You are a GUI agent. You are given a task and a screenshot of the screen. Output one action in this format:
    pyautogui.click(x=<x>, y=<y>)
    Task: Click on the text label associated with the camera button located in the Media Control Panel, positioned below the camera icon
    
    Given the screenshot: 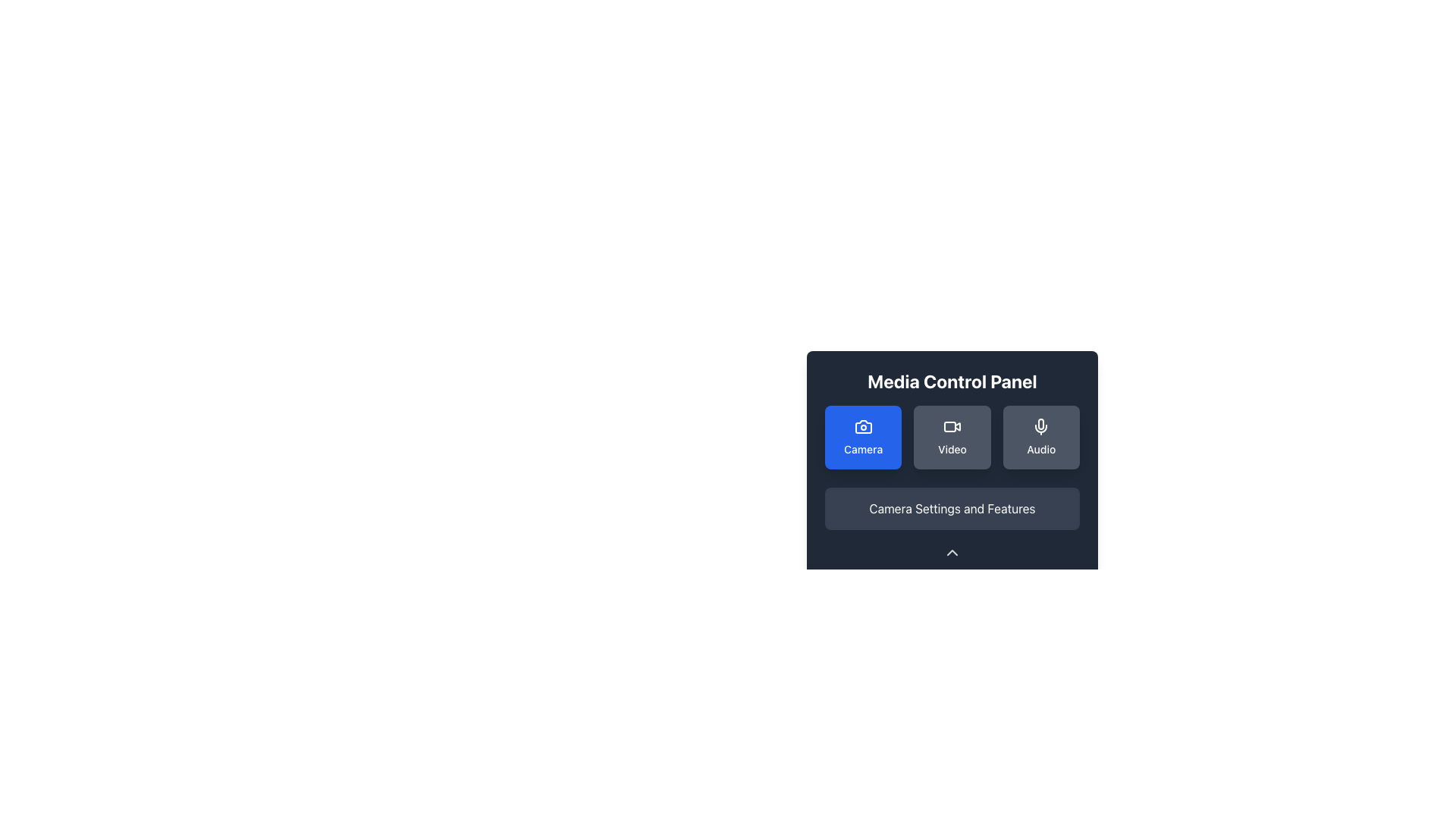 What is the action you would take?
    pyautogui.click(x=863, y=449)
    